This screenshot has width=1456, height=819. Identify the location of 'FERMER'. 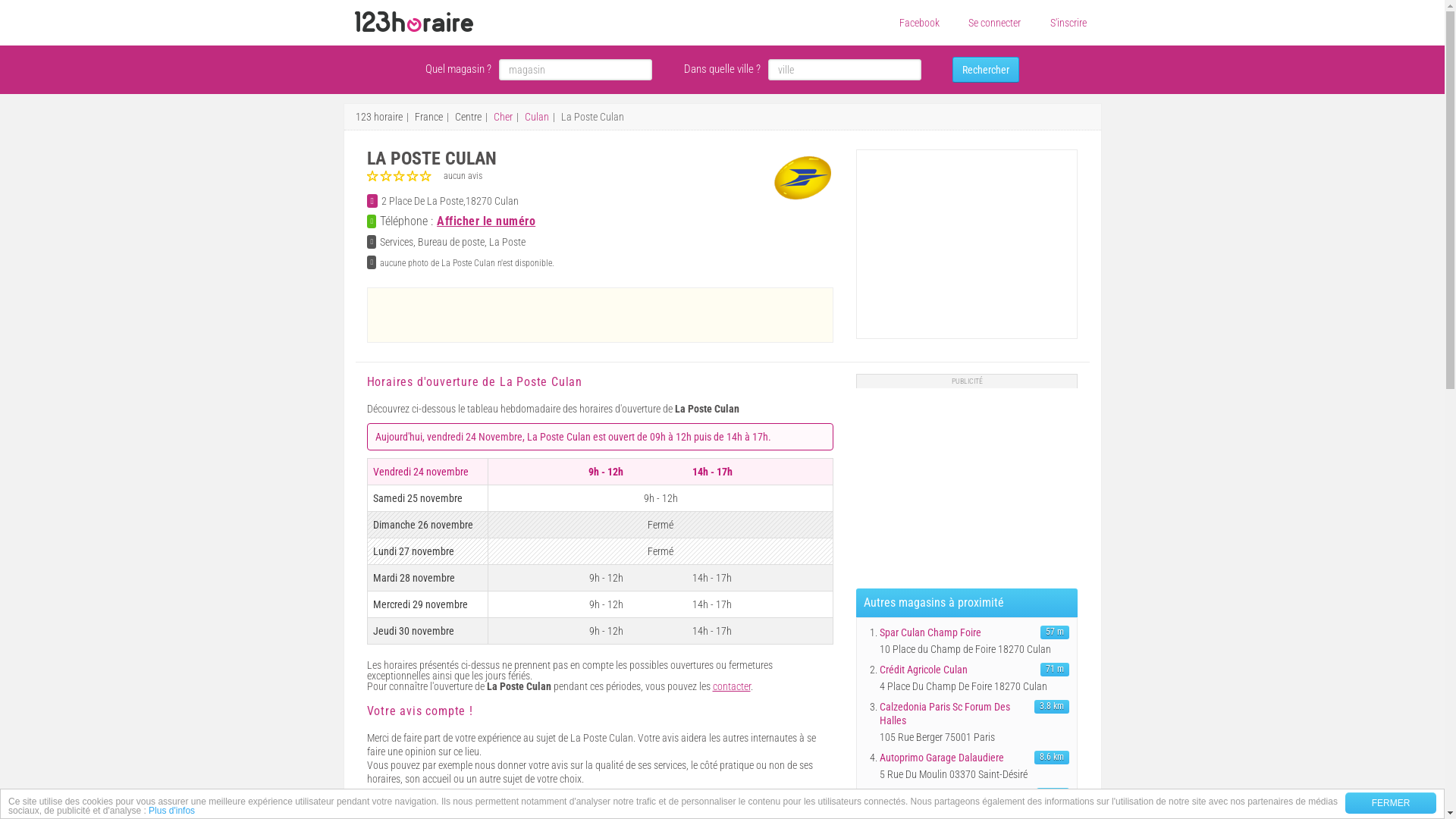
(1390, 802).